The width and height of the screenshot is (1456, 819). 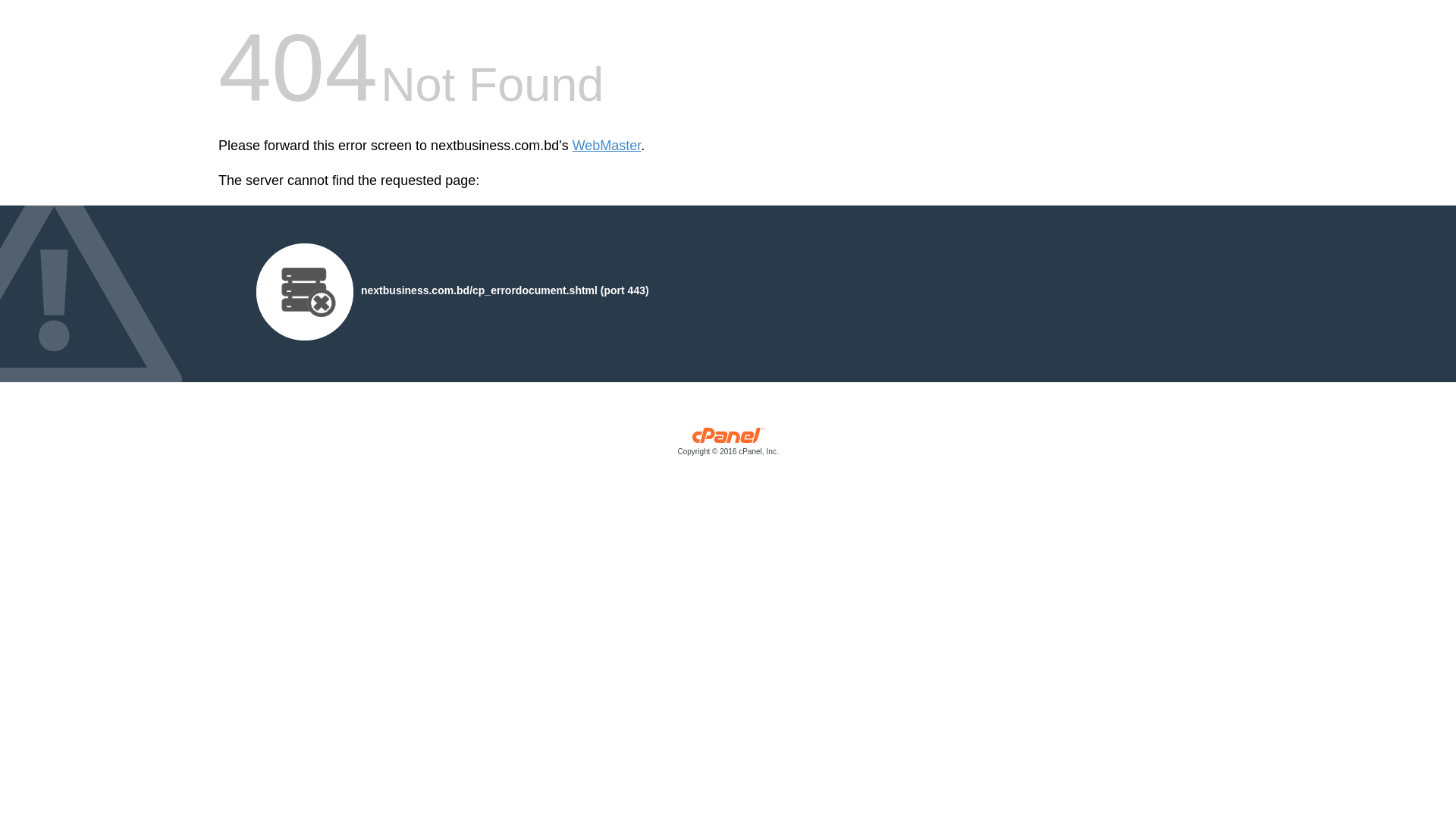 What do you see at coordinates (607, 146) in the screenshot?
I see `'WebMaster'` at bounding box center [607, 146].